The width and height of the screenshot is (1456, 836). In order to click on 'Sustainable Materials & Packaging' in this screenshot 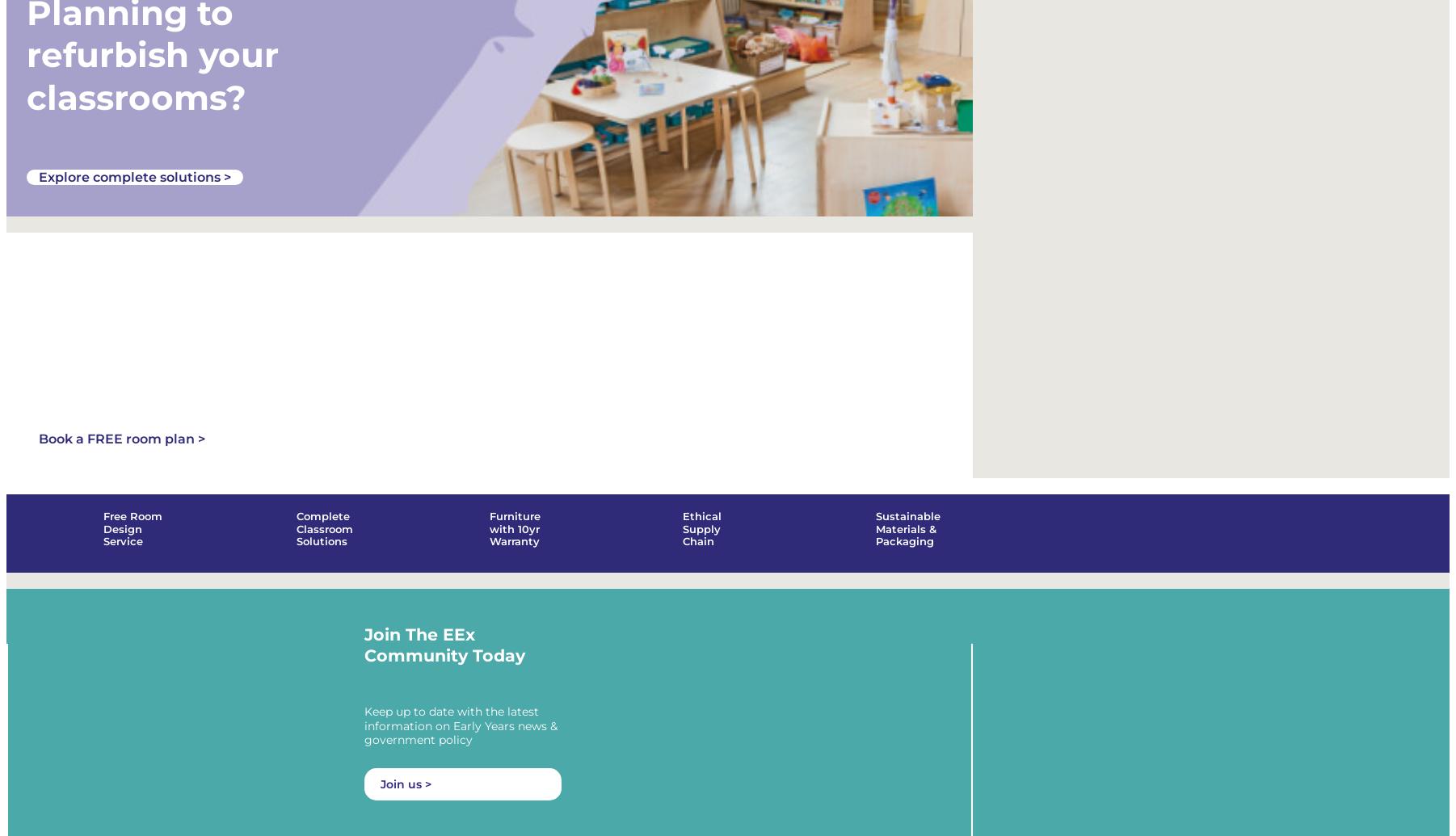, I will do `click(907, 538)`.